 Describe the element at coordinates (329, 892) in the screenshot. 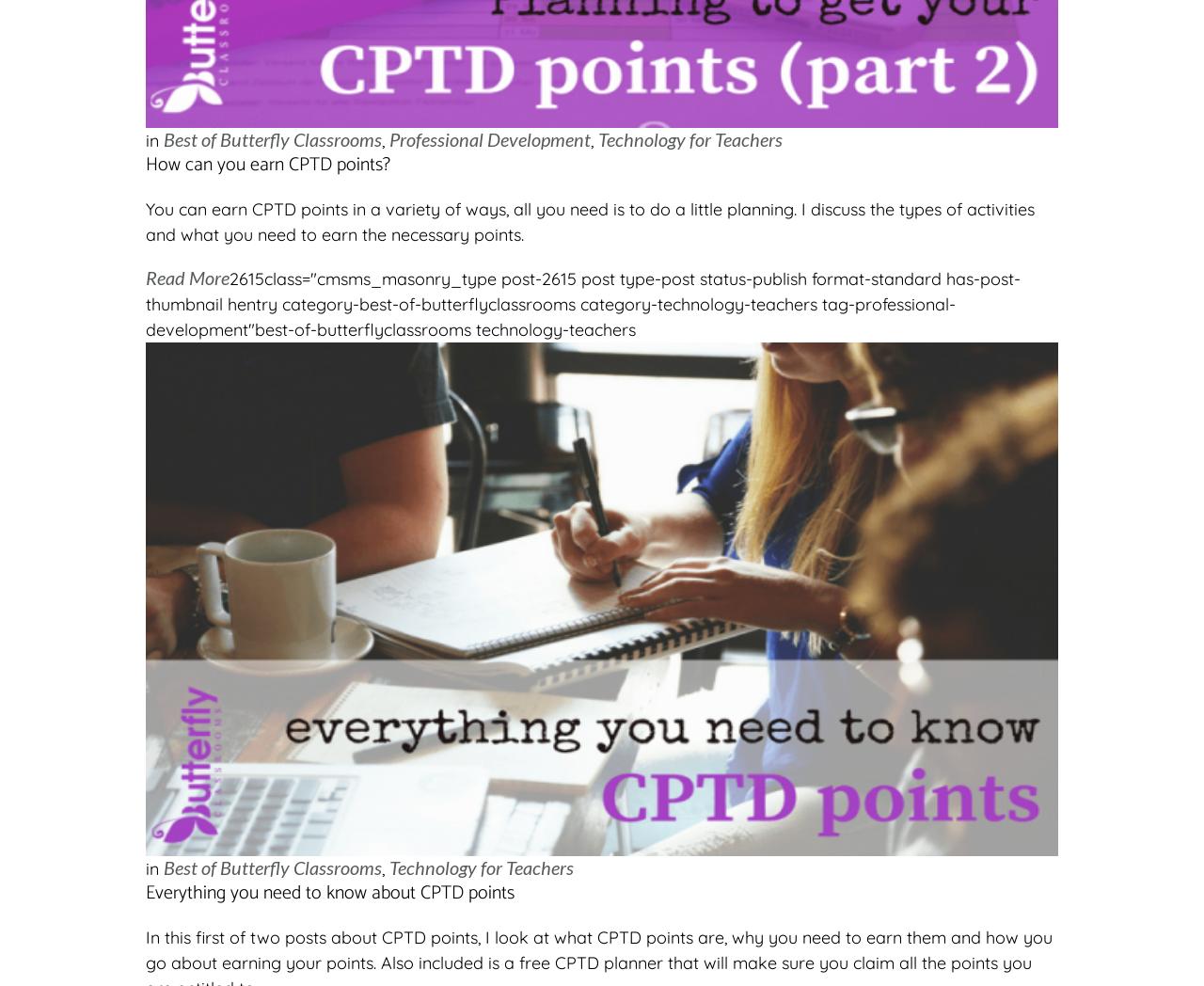

I see `'Everything you need to know about CPTD points'` at that location.